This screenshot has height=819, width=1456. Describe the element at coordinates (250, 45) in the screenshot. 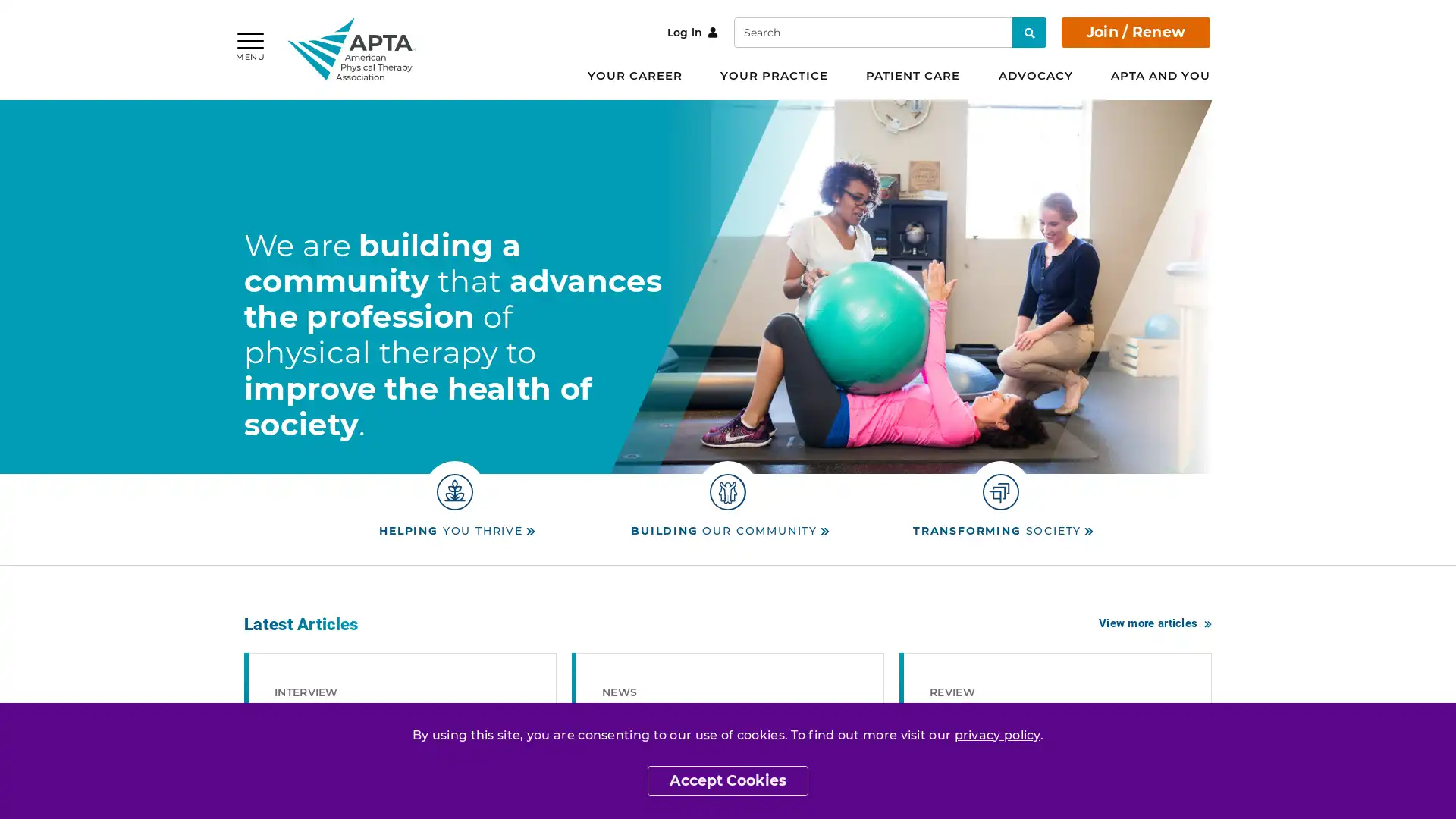

I see `MENU` at that location.